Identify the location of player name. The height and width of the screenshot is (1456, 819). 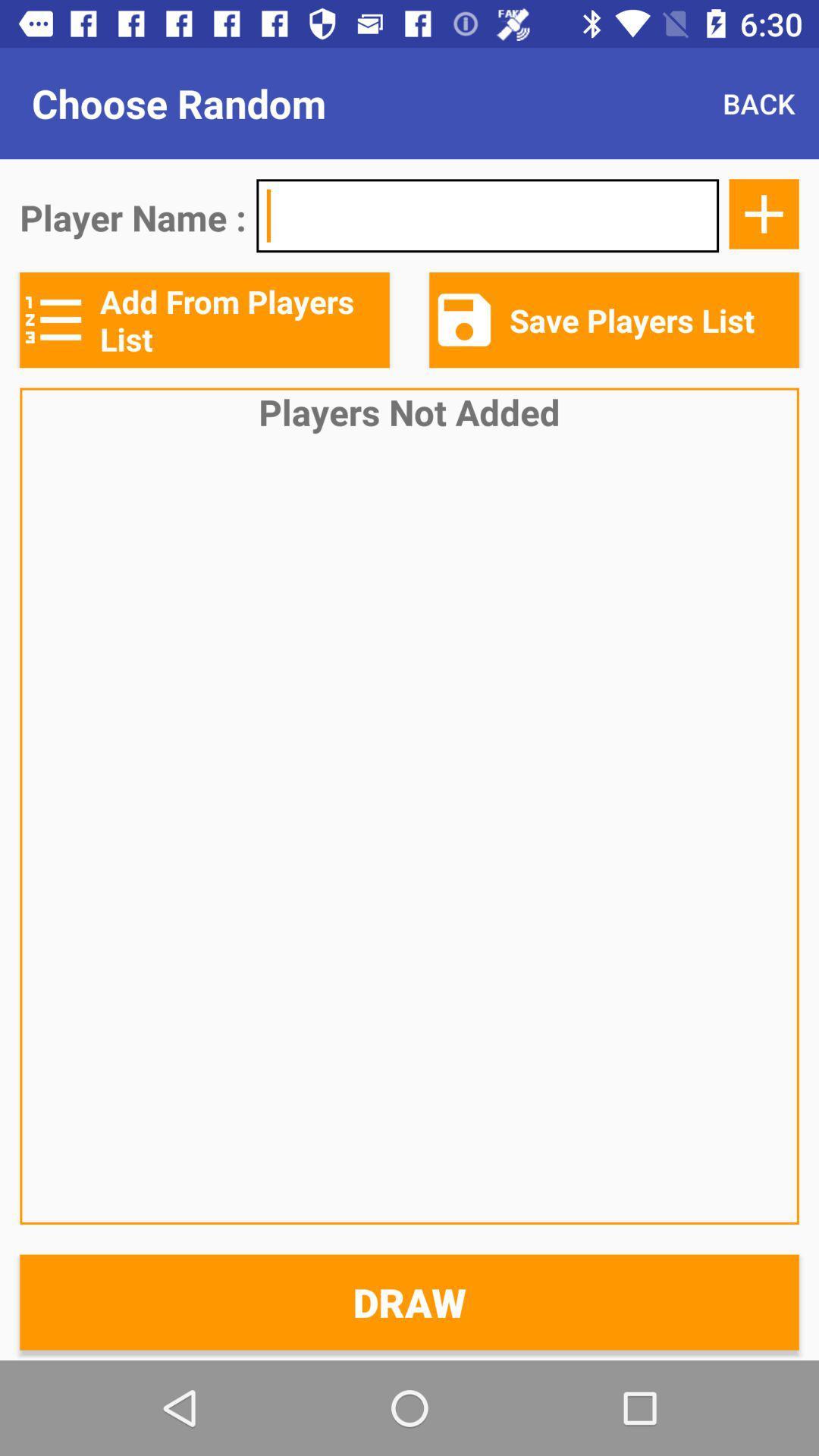
(488, 215).